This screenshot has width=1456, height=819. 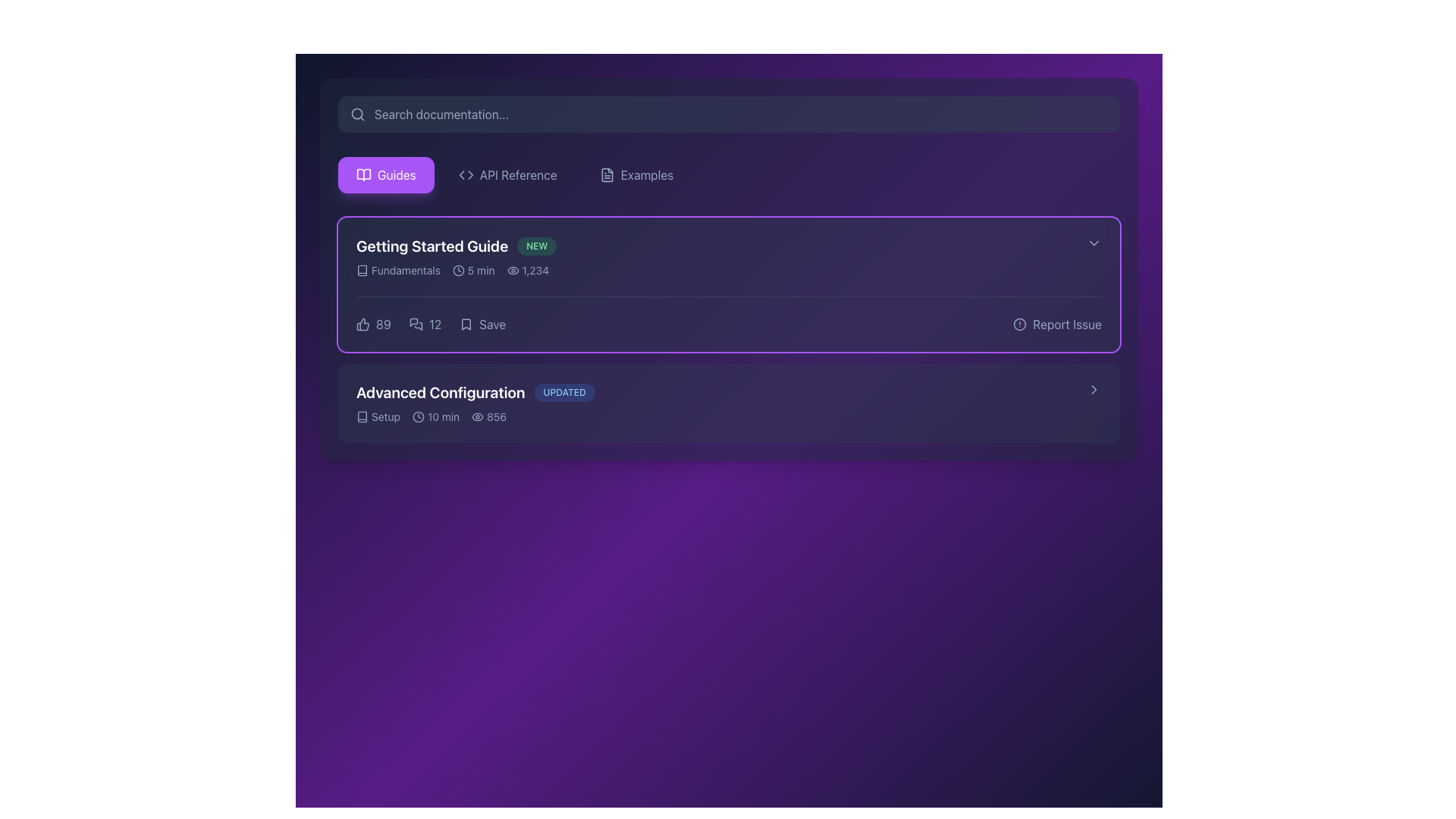 What do you see at coordinates (398, 270) in the screenshot?
I see `the text label with an accompanying icon that serves as a category or tag within a list of related items, positioned as the first section to the left of '5 min' and '1,234'` at bounding box center [398, 270].